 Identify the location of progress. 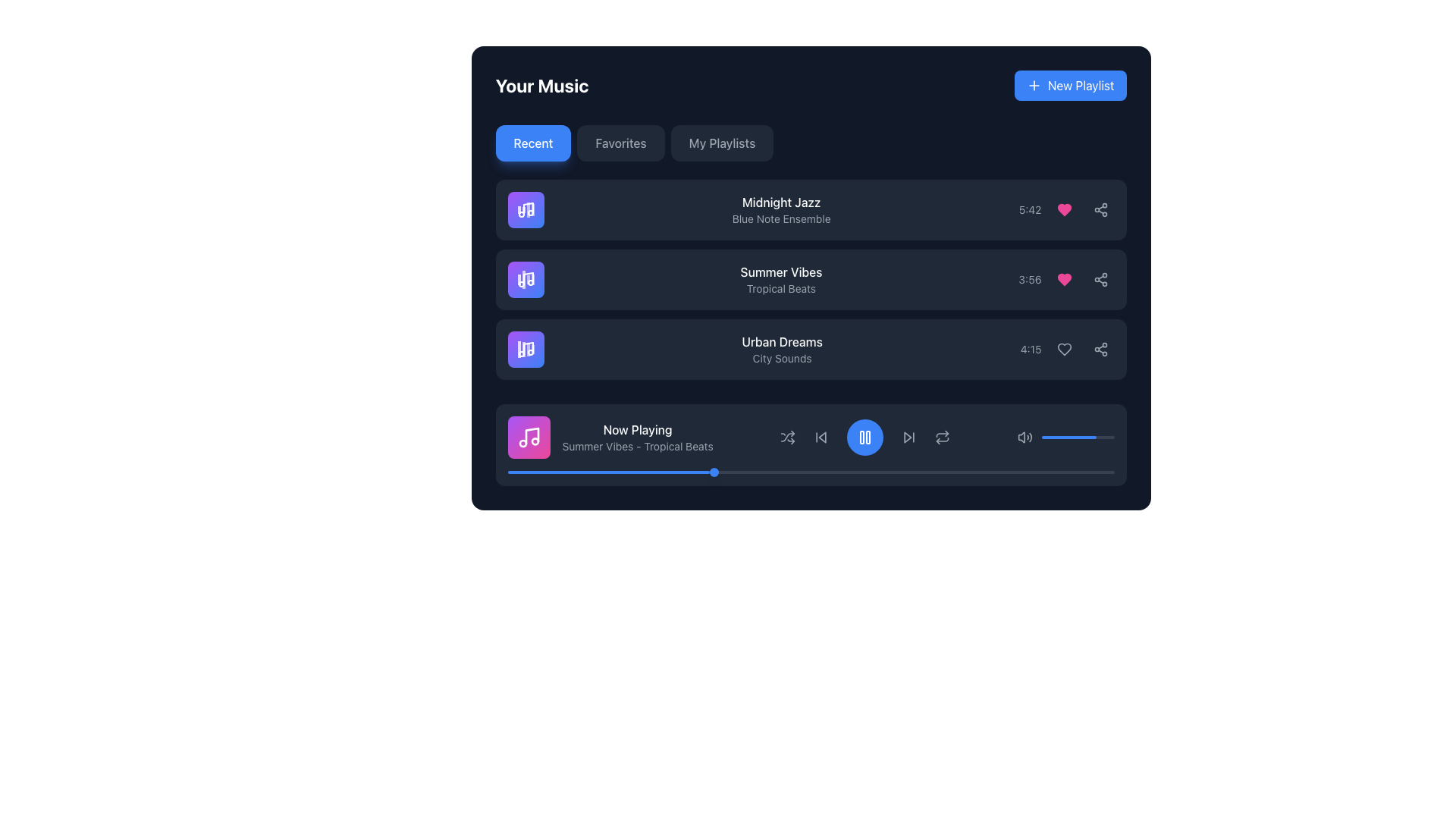
(943, 472).